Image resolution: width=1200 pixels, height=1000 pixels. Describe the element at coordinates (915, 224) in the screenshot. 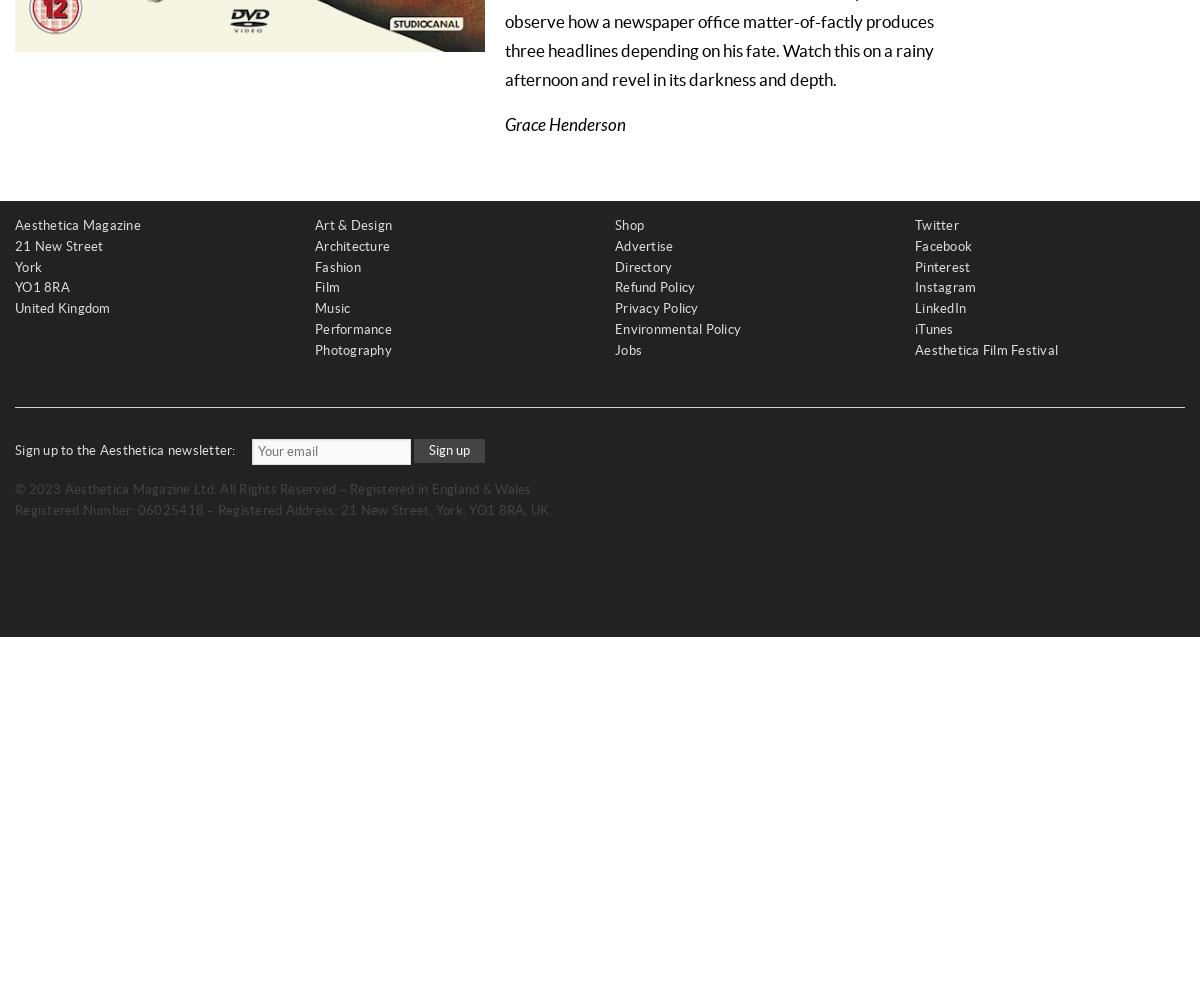

I see `'Twitter'` at that location.